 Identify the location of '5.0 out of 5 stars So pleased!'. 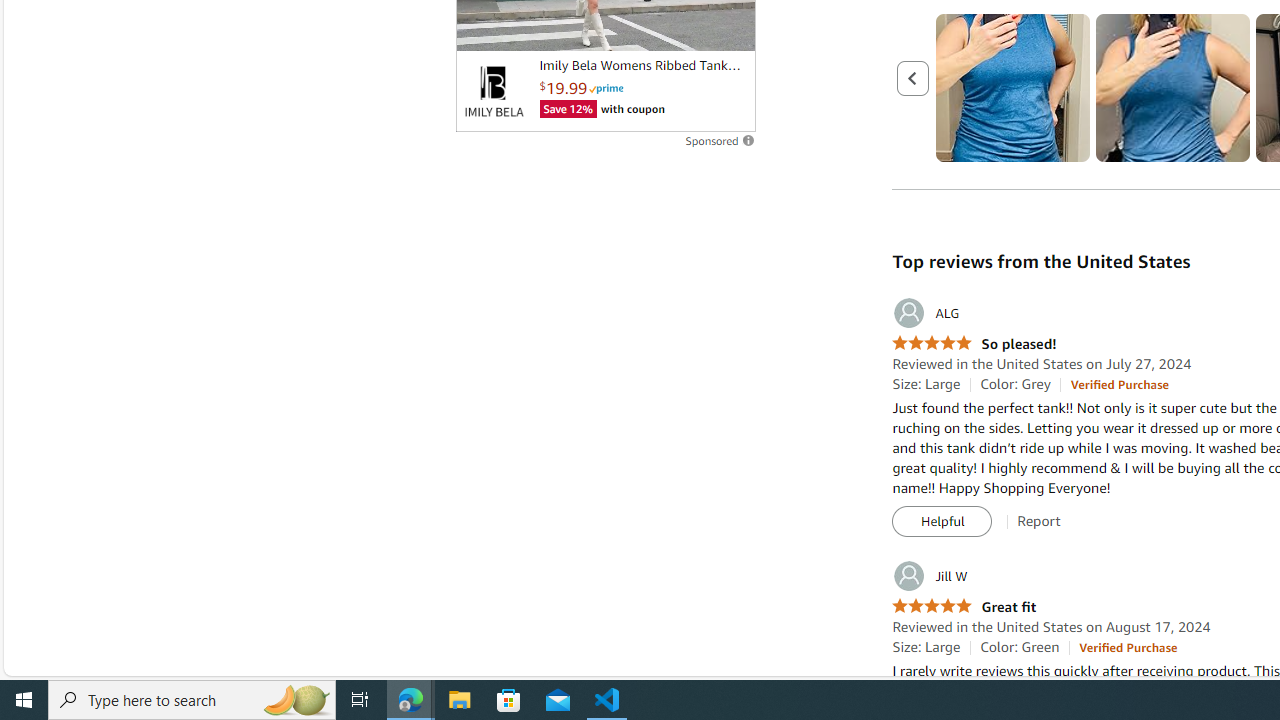
(974, 343).